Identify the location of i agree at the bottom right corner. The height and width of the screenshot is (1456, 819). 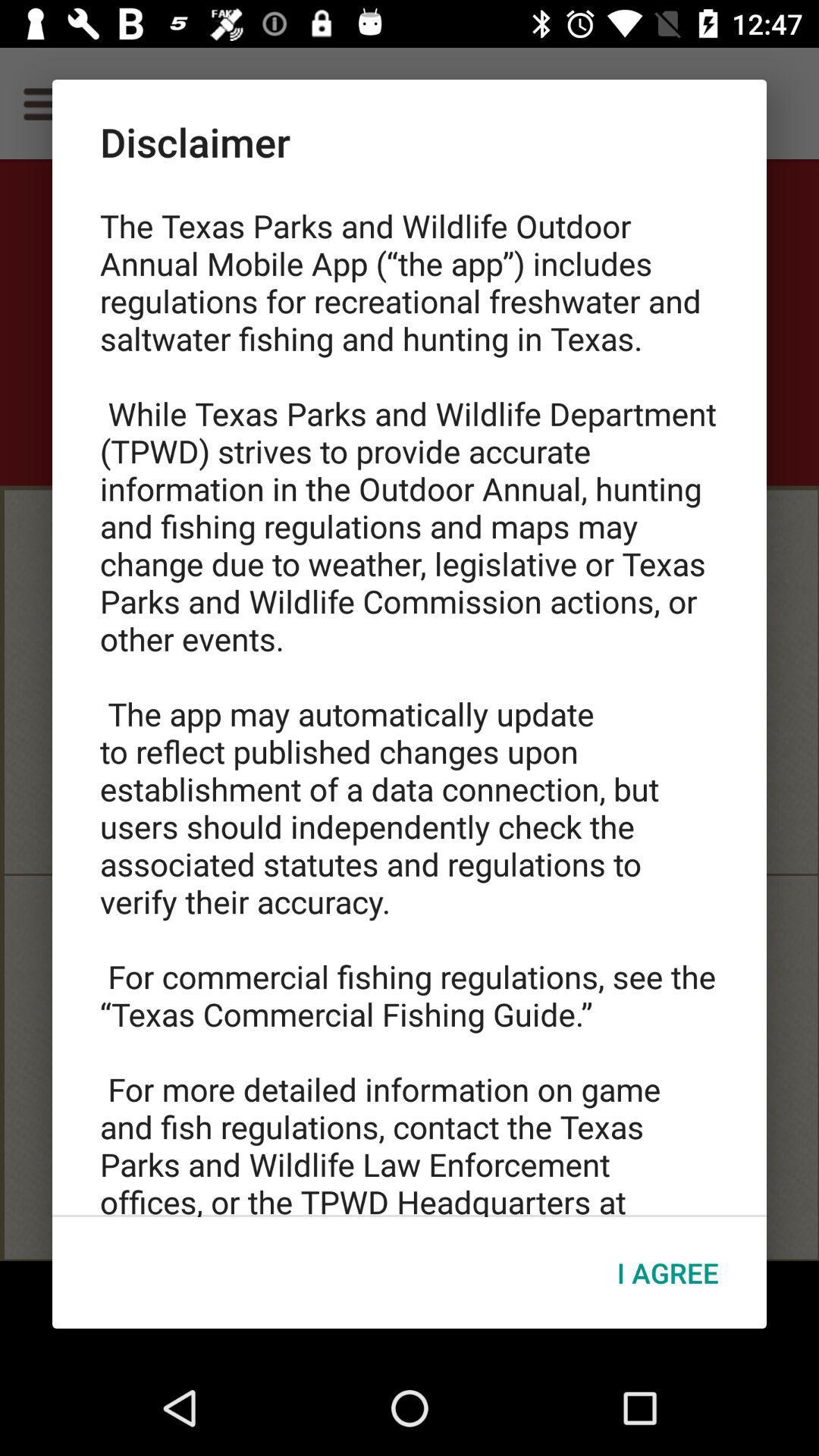
(667, 1272).